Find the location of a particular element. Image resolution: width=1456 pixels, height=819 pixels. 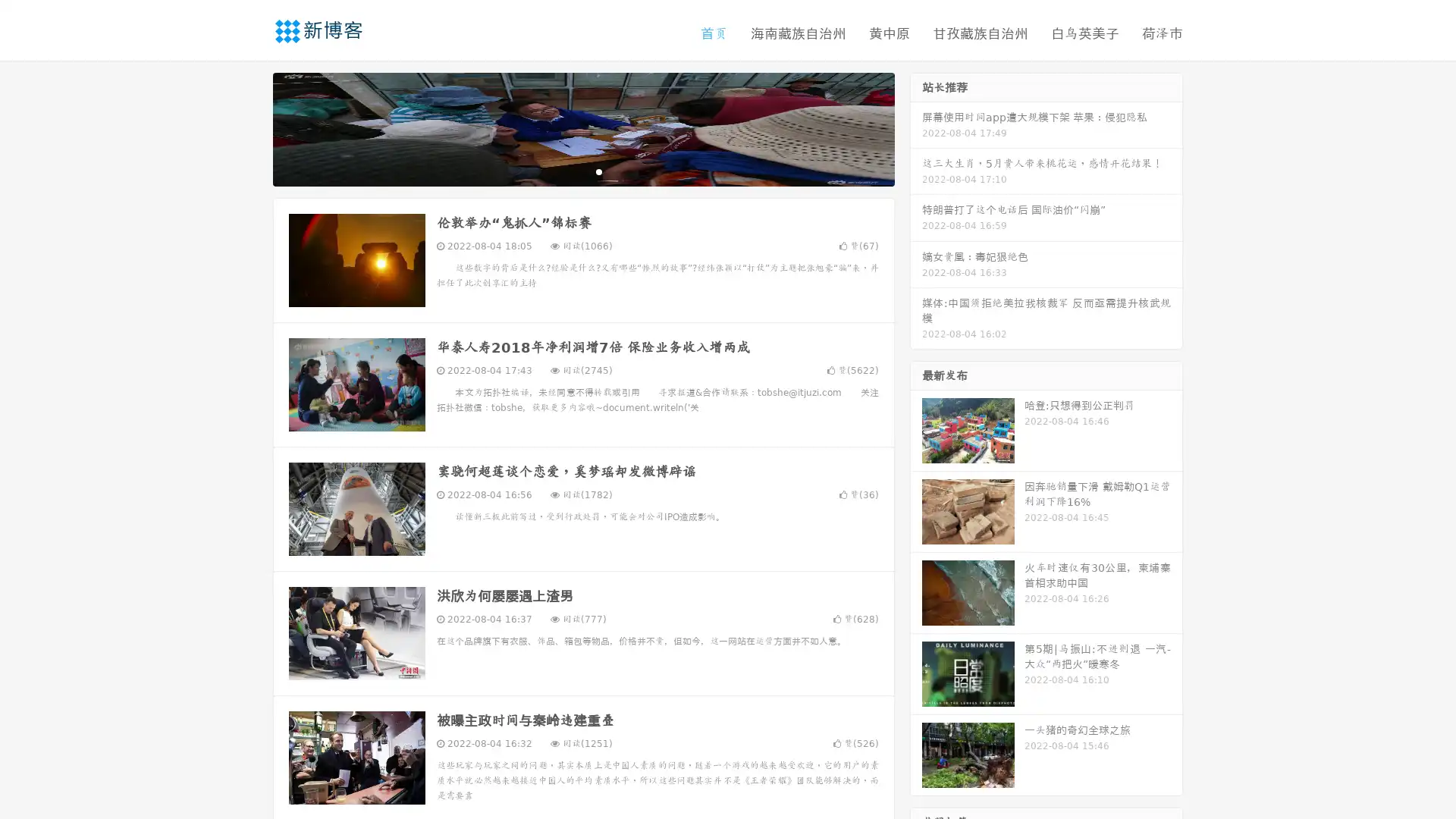

Go to slide 1 is located at coordinates (567, 171).